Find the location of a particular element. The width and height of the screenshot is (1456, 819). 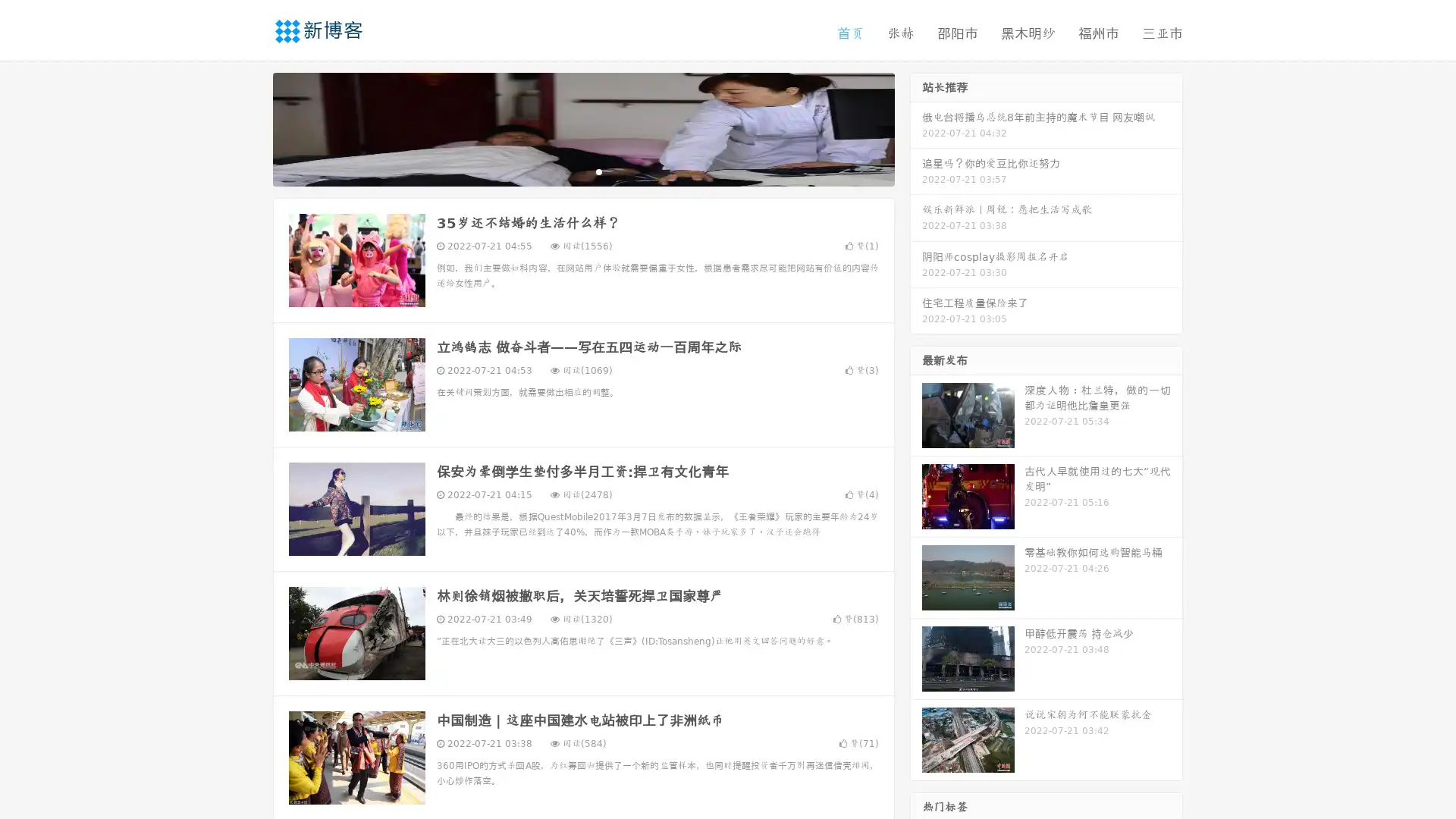

Next slide is located at coordinates (916, 127).